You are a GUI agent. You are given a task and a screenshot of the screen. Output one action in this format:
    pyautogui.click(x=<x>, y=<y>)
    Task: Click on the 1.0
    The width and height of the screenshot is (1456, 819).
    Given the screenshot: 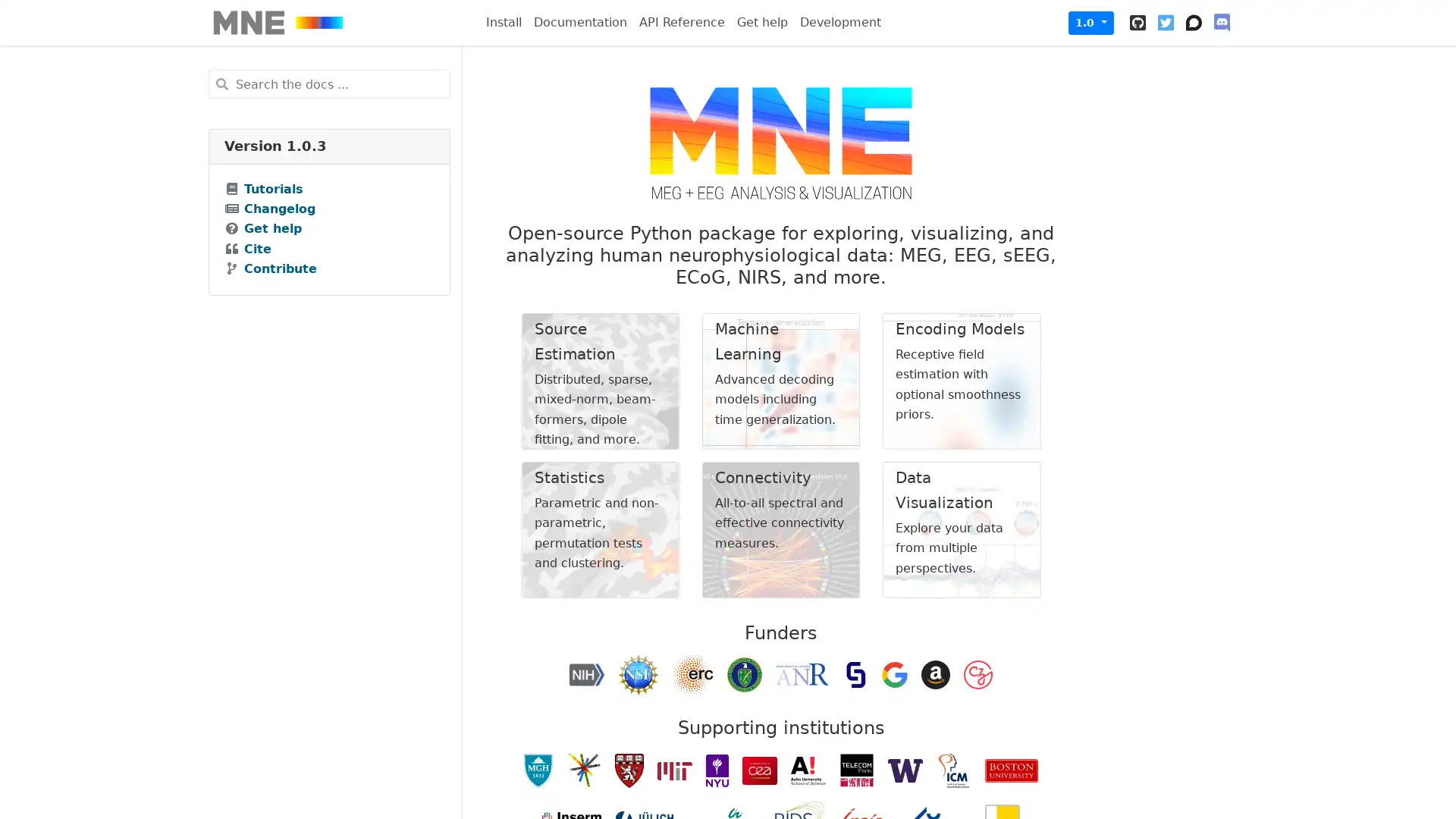 What is the action you would take?
    pyautogui.click(x=1090, y=22)
    